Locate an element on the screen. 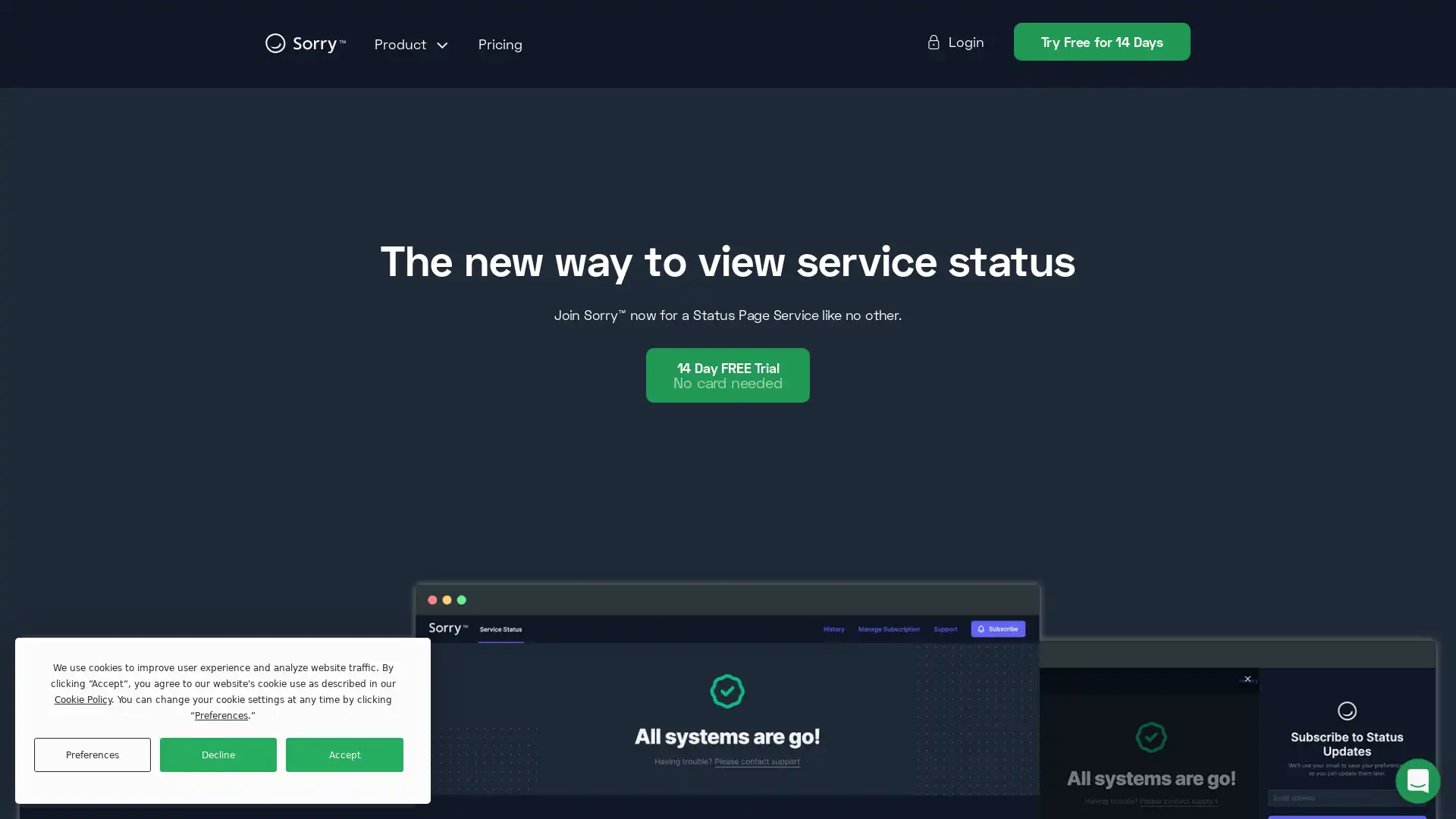  Preferences is located at coordinates (91, 755).